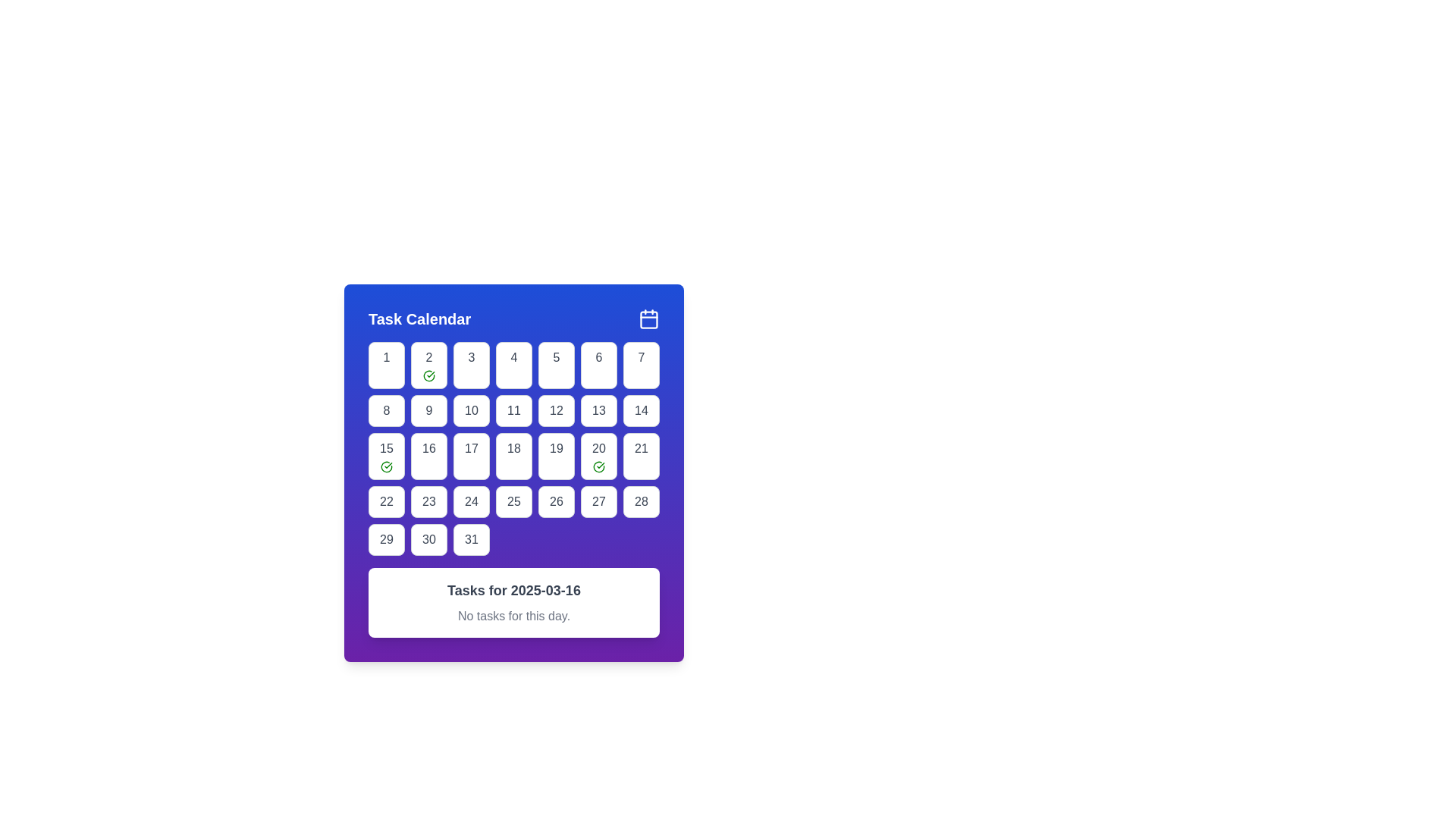 Image resolution: width=1456 pixels, height=819 pixels. I want to click on the calendar day cell representing the 23rd day in the monthly calendar grid located in the fourth row and the second column, so click(428, 502).